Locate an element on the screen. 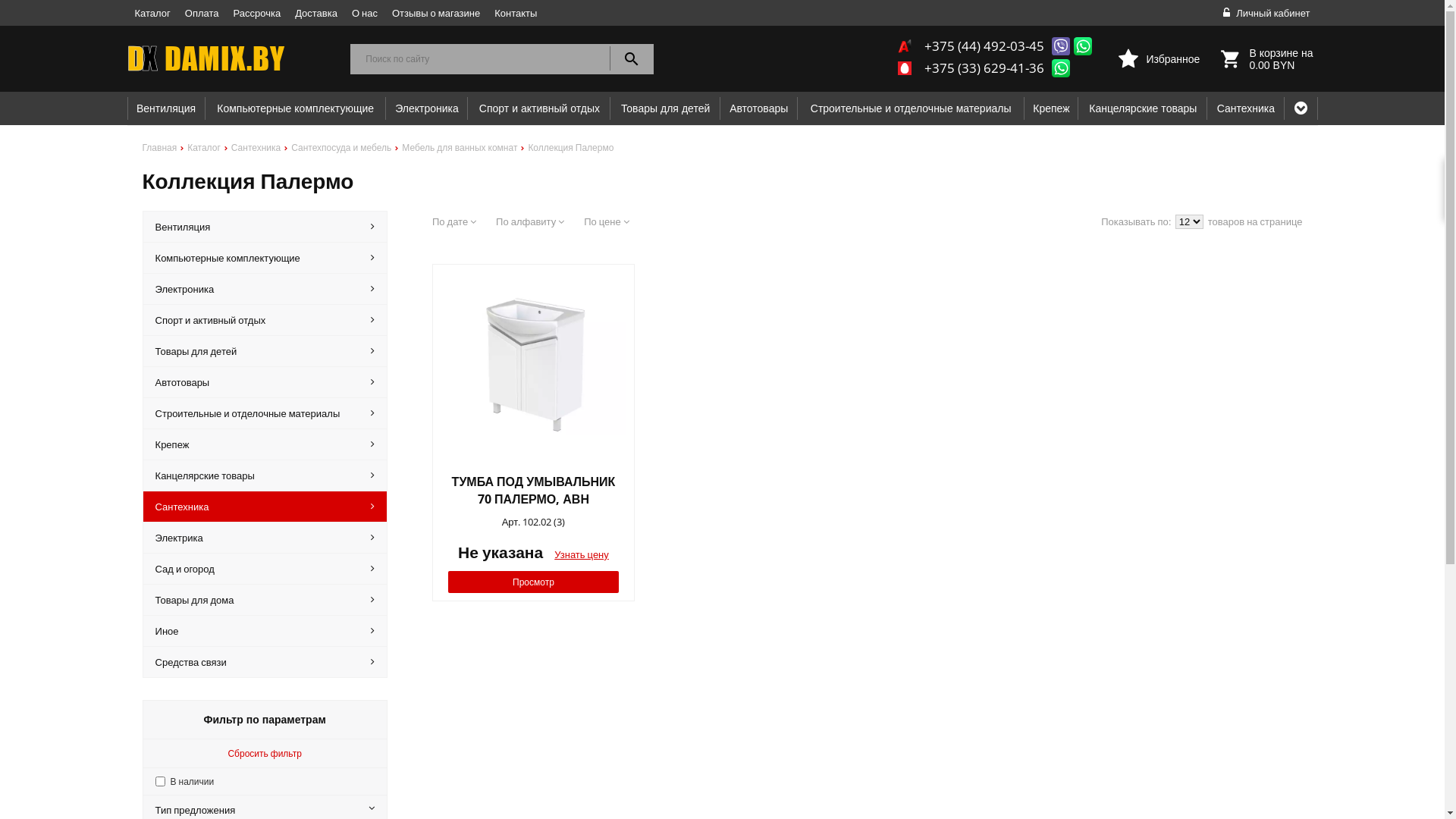 The width and height of the screenshot is (1456, 819). 'search' is located at coordinates (632, 58).